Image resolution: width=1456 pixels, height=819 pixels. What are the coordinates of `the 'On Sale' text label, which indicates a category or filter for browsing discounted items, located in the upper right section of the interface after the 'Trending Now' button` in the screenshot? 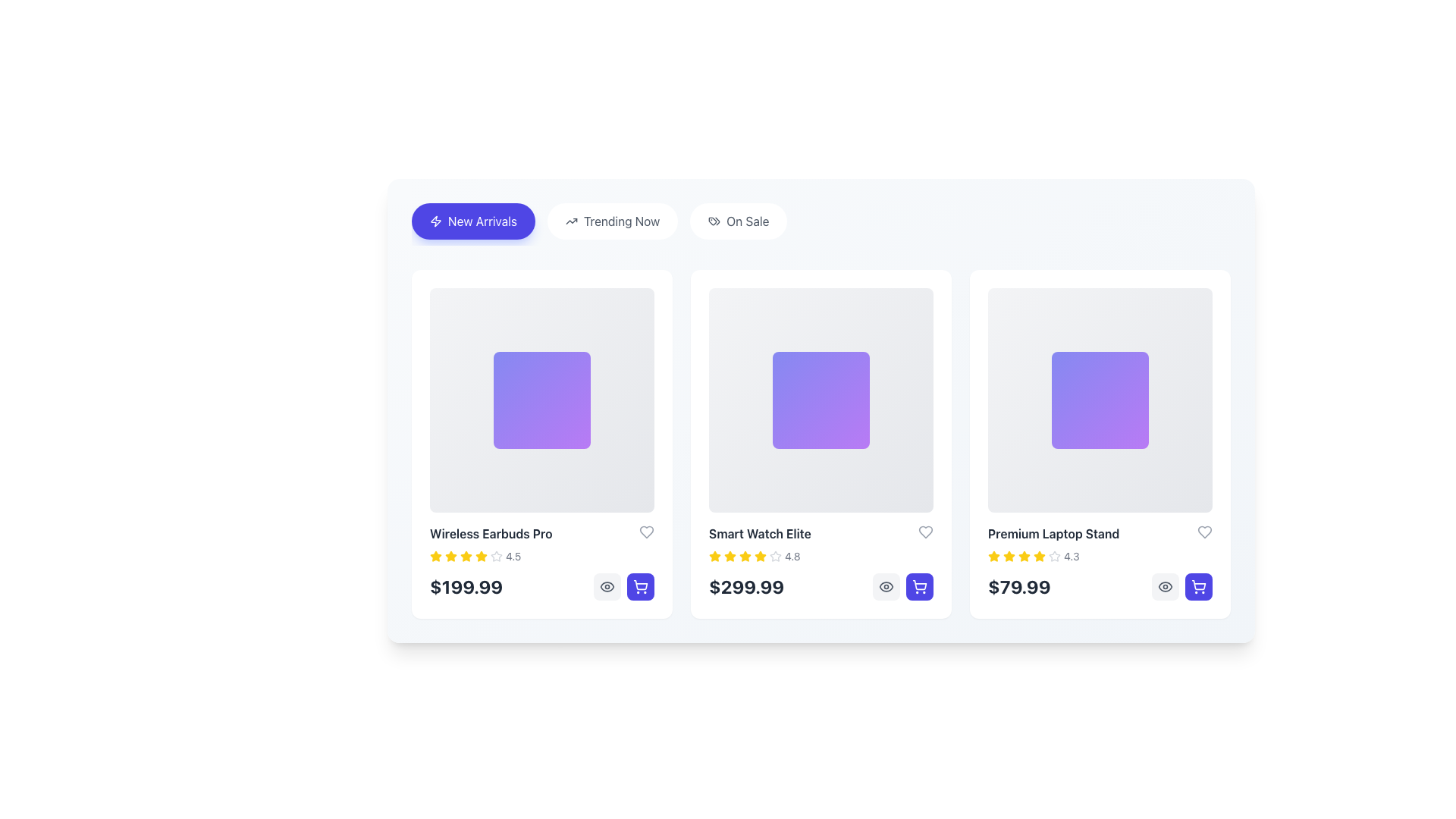 It's located at (748, 221).